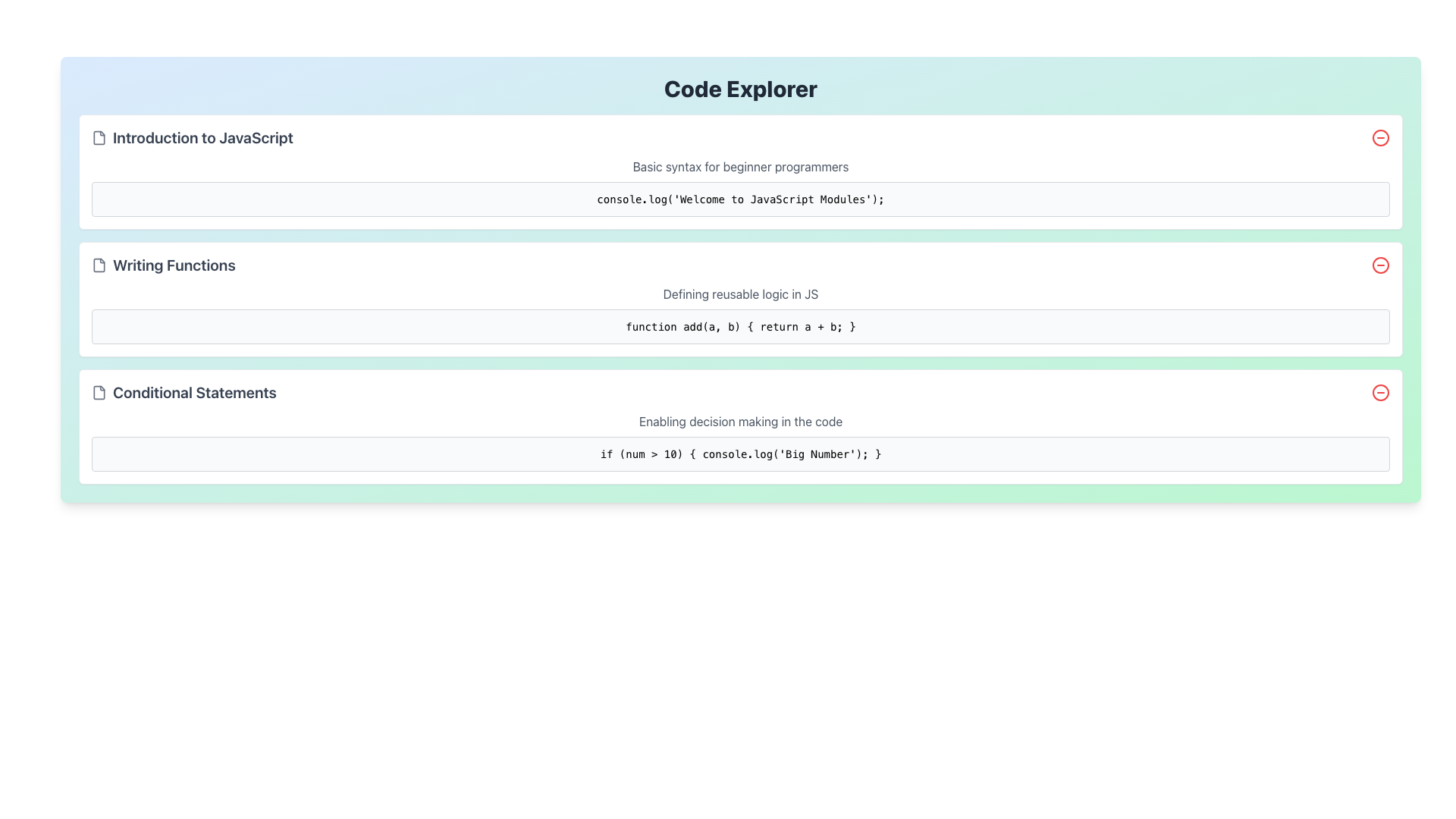 The image size is (1456, 819). Describe the element at coordinates (1380, 137) in the screenshot. I see `red circular core SVG element located in the top-right corner of the interface, which is nested within a larger circular icon with a horizontal line` at that location.